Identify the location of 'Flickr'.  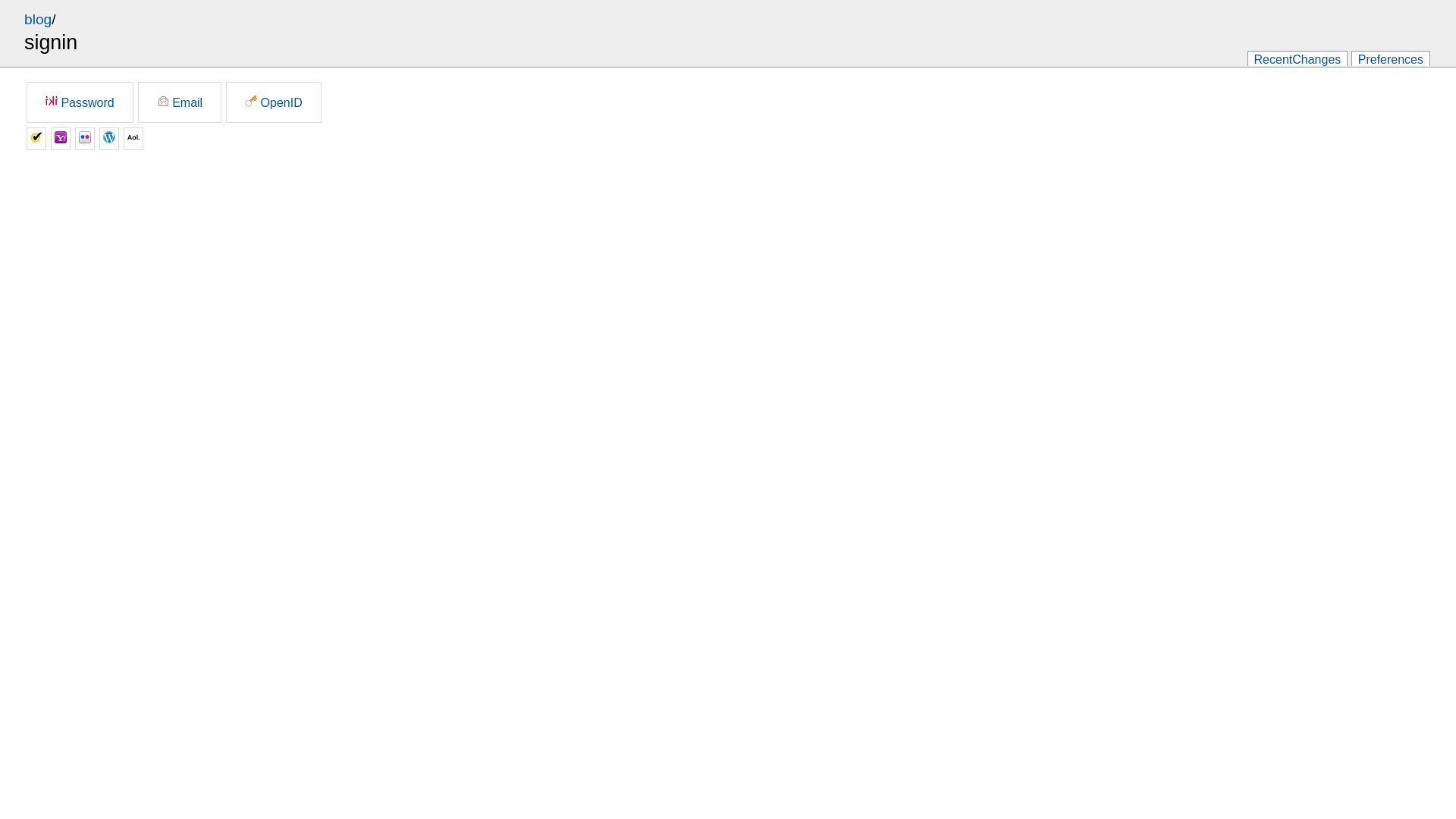
(83, 138).